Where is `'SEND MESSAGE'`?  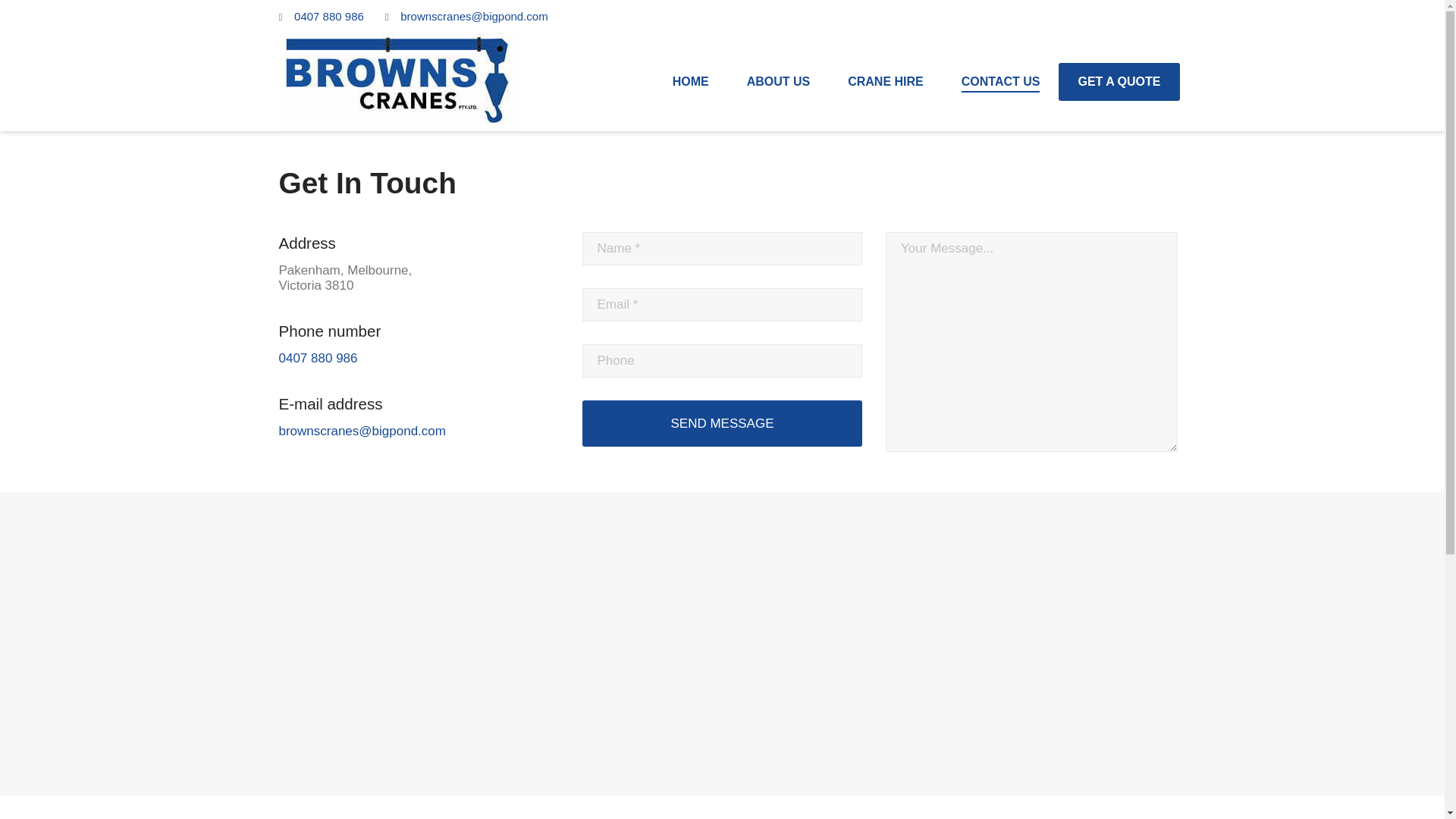 'SEND MESSAGE' is located at coordinates (722, 423).